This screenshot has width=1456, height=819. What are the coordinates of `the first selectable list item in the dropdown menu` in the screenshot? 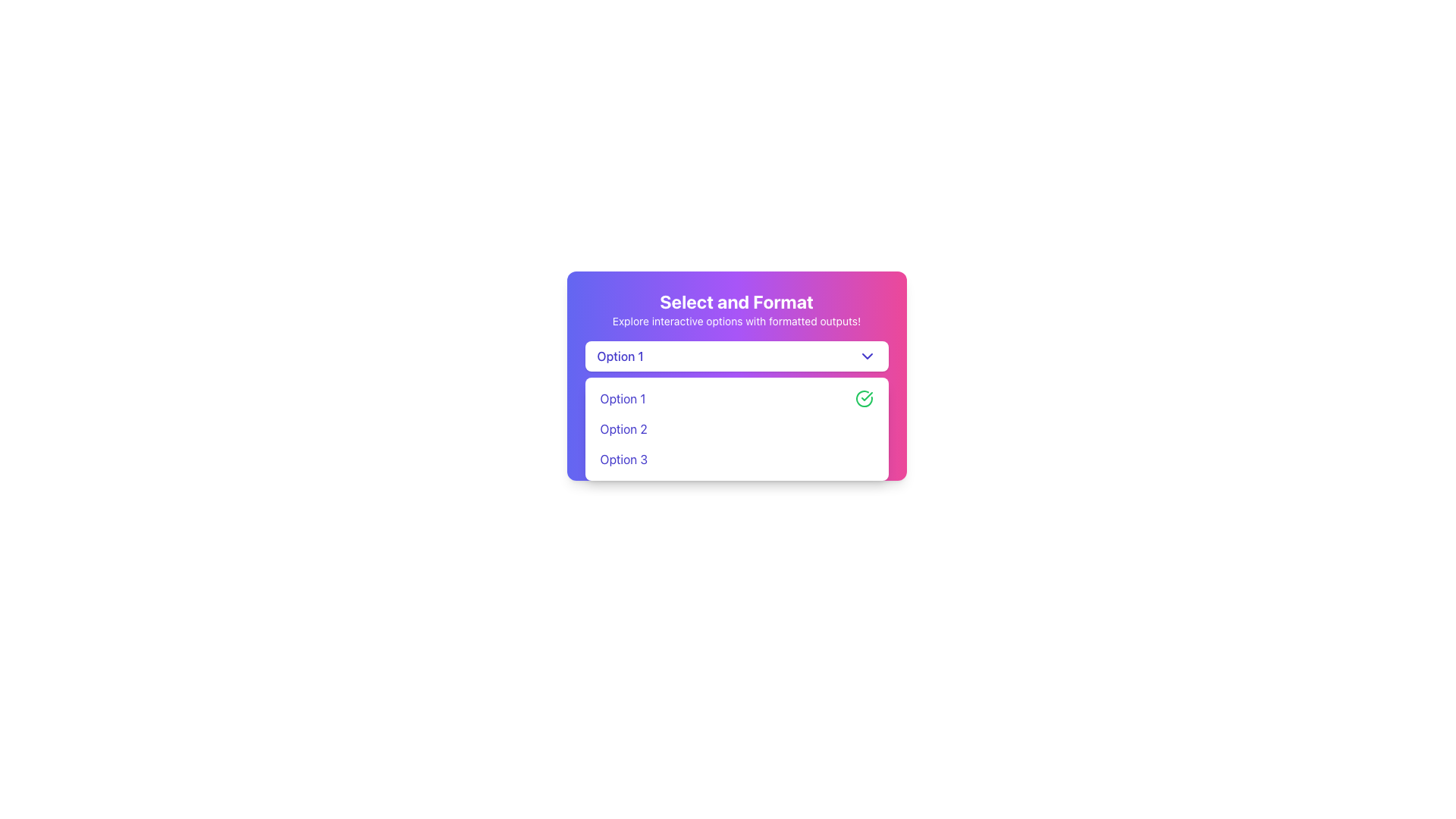 It's located at (736, 397).